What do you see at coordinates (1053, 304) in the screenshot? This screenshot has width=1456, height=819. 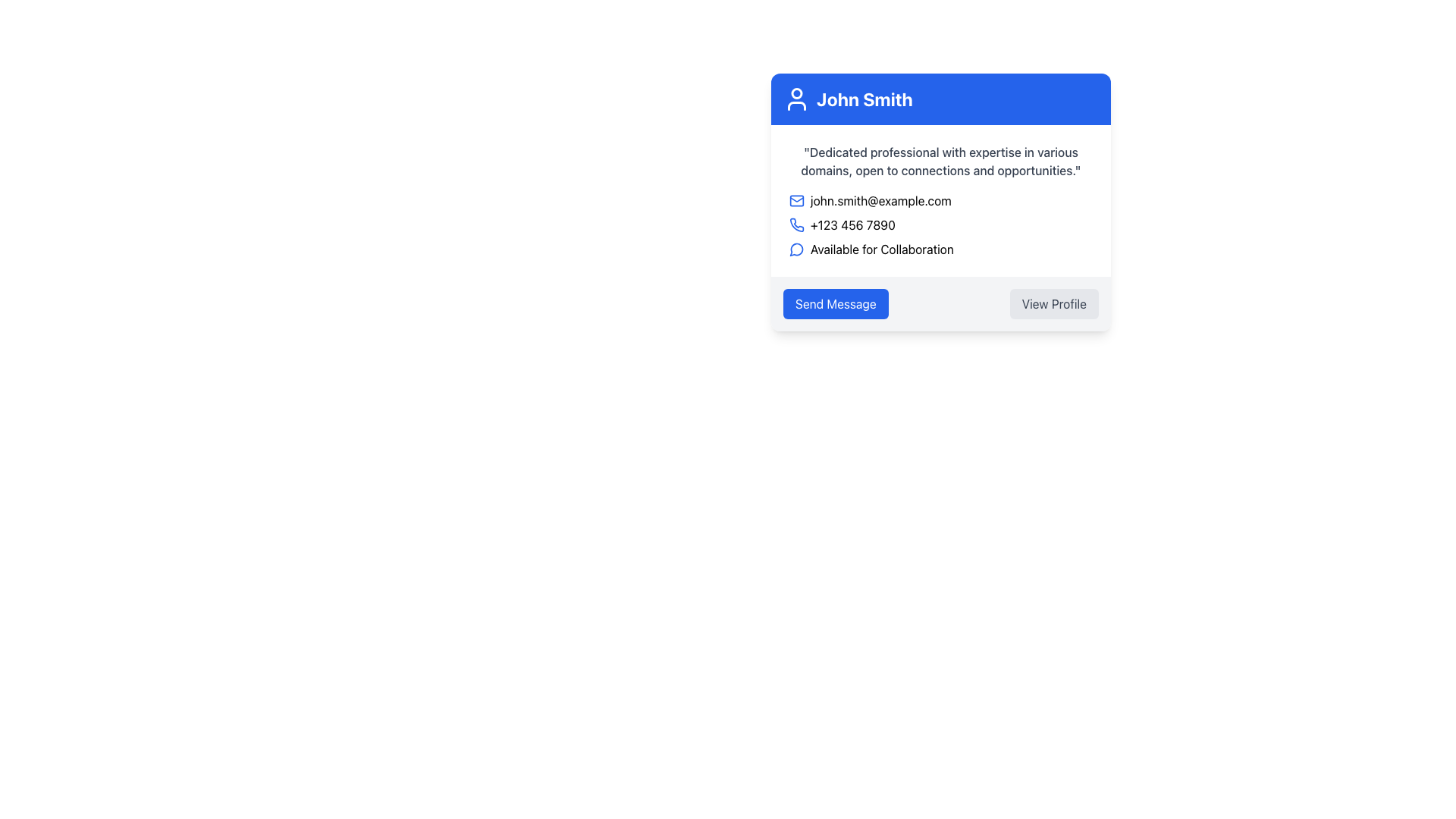 I see `the 'View Profile' button, which has a light gray background and rounded corners` at bounding box center [1053, 304].